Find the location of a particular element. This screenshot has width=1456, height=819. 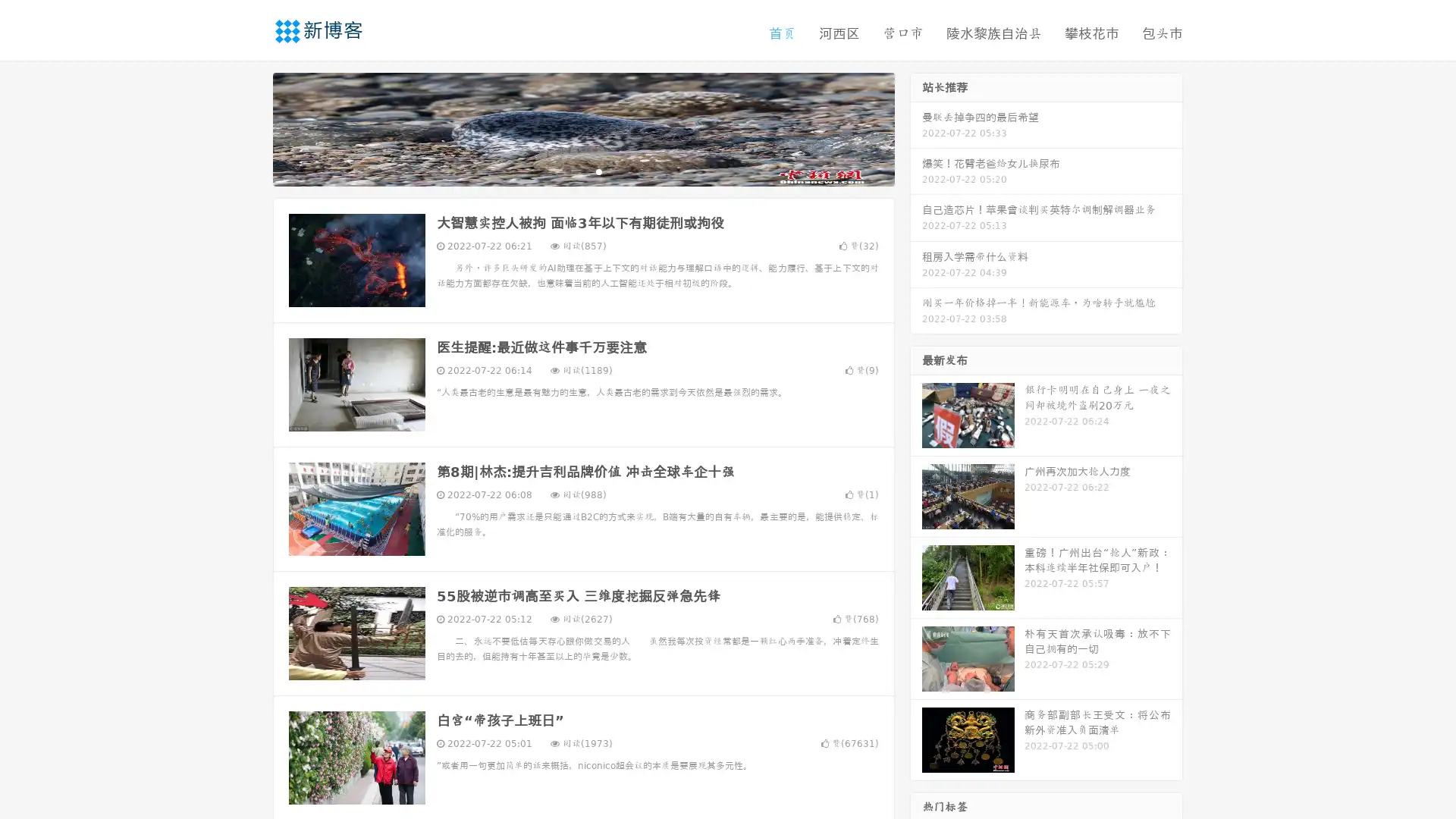

Next slide is located at coordinates (916, 127).